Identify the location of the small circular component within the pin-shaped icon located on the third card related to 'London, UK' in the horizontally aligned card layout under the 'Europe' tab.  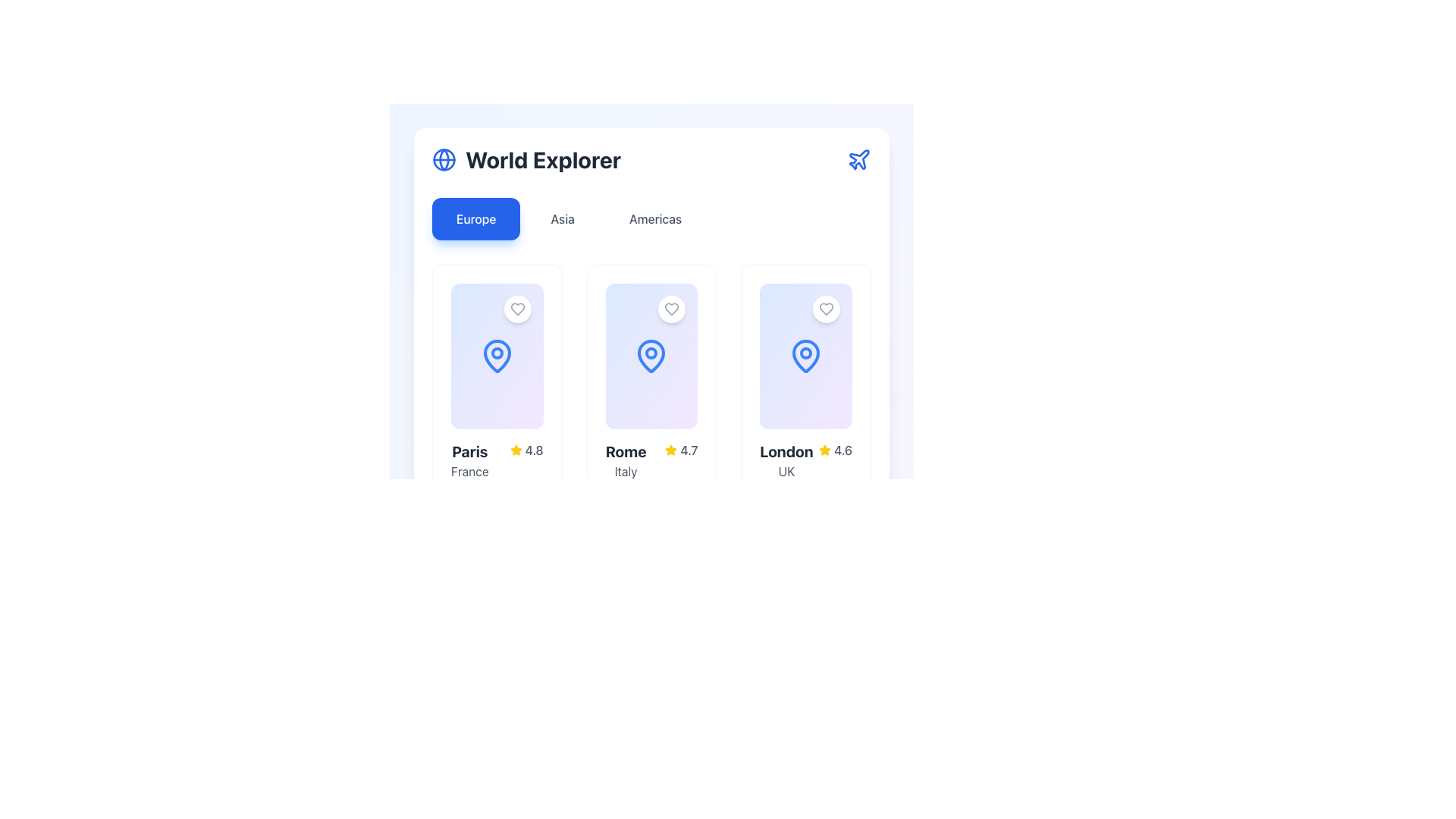
(805, 353).